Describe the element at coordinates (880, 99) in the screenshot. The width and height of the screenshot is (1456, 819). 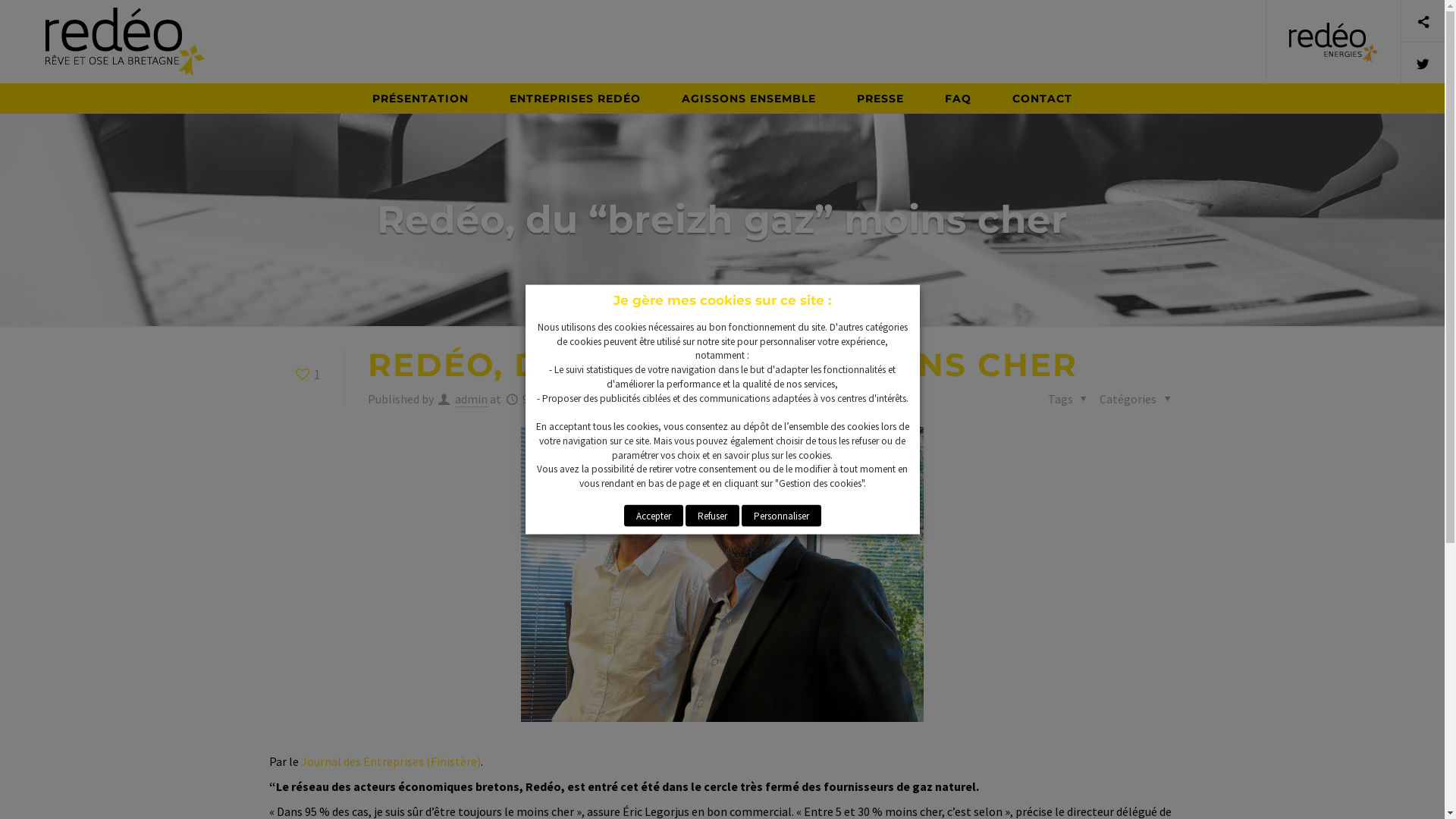
I see `'PRESSE'` at that location.